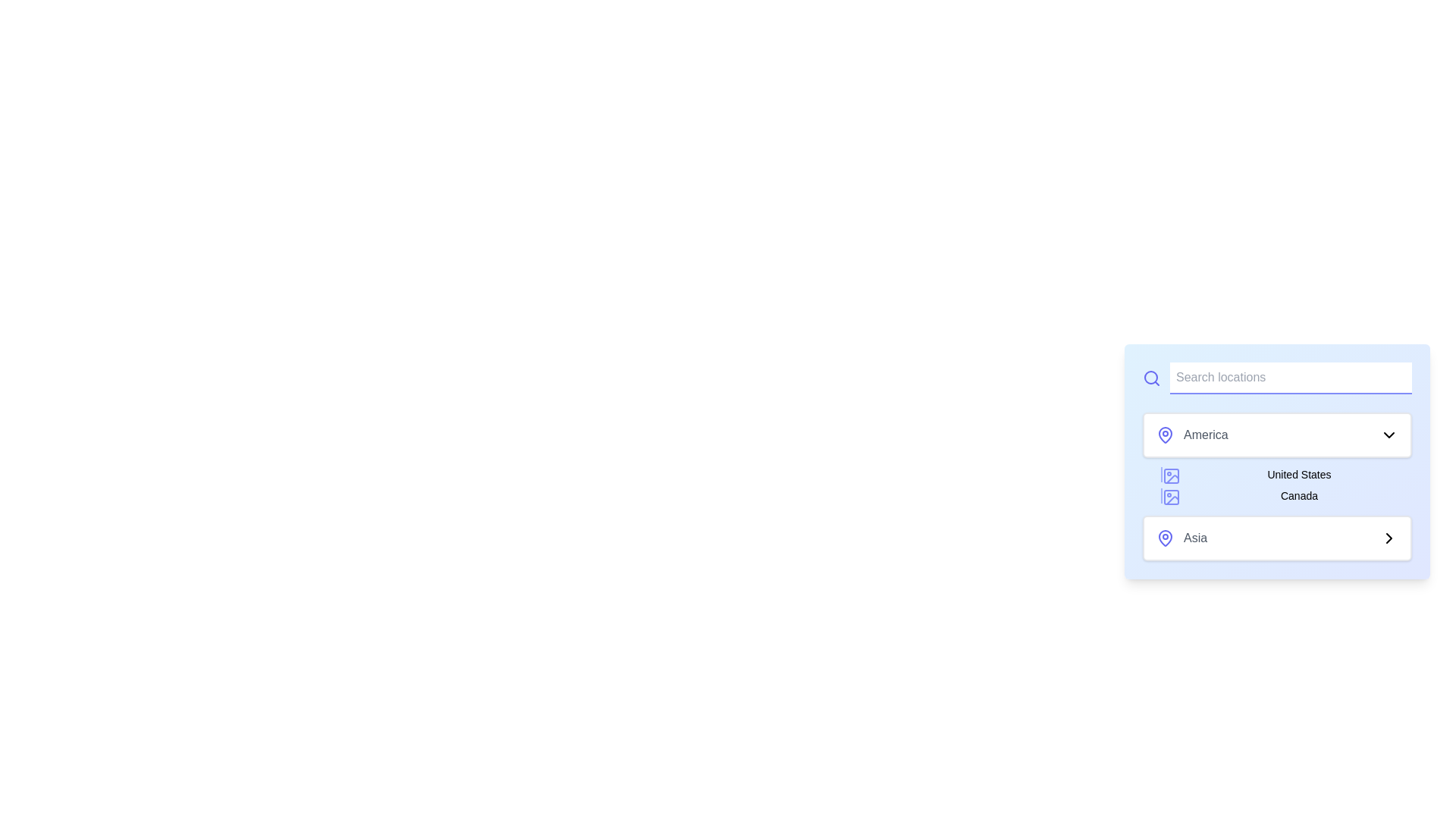 The width and height of the screenshot is (1456, 819). Describe the element at coordinates (1151, 377) in the screenshot. I see `the circular indigo magnifying glass icon` at that location.